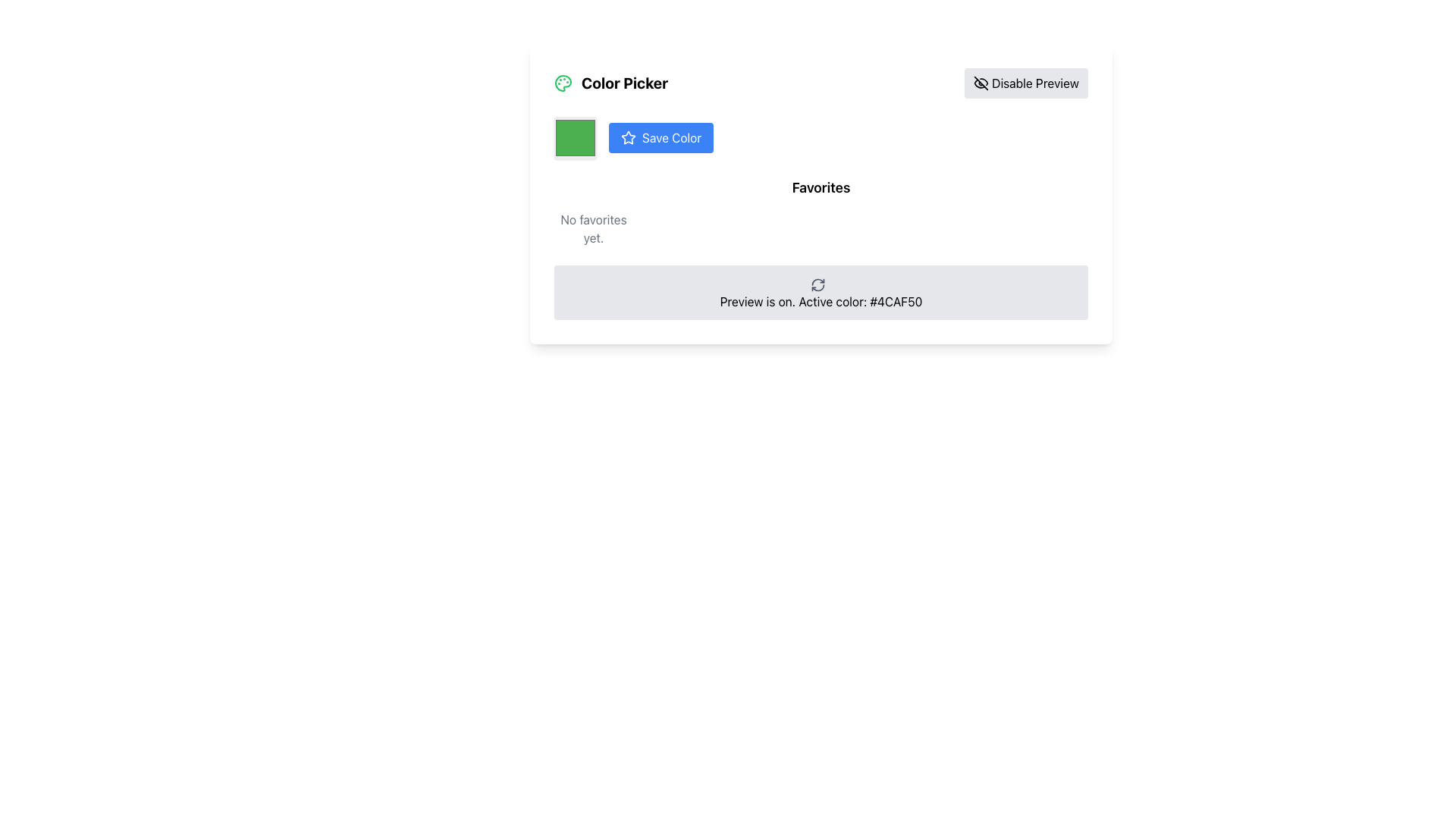 This screenshot has width=1456, height=819. Describe the element at coordinates (574, 137) in the screenshot. I see `the Color display box located at the top-left corner of the interface, which serves as an interactive color selector or display` at that location.